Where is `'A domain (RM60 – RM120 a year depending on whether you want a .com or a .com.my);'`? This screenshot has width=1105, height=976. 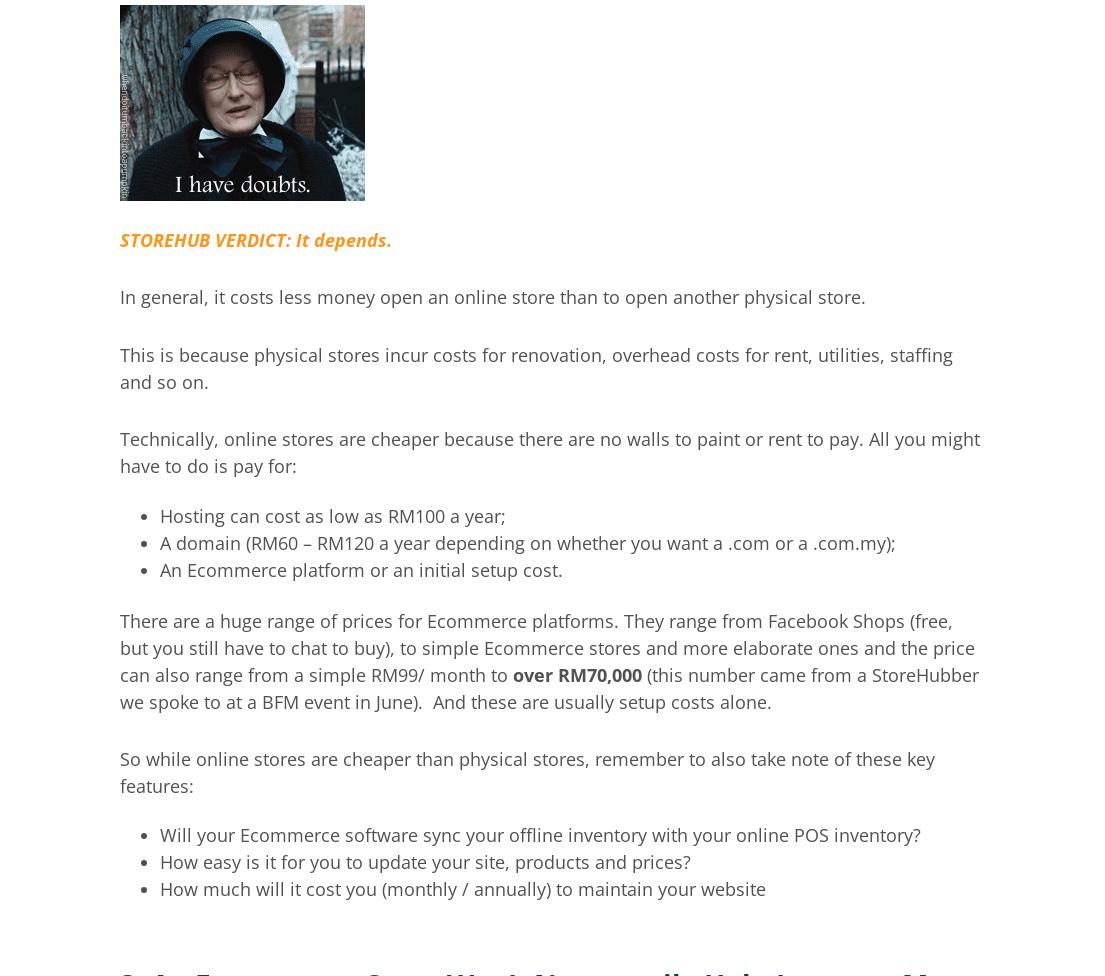 'A domain (RM60 – RM120 a year depending on whether you want a .com or a .com.my);' is located at coordinates (526, 541).